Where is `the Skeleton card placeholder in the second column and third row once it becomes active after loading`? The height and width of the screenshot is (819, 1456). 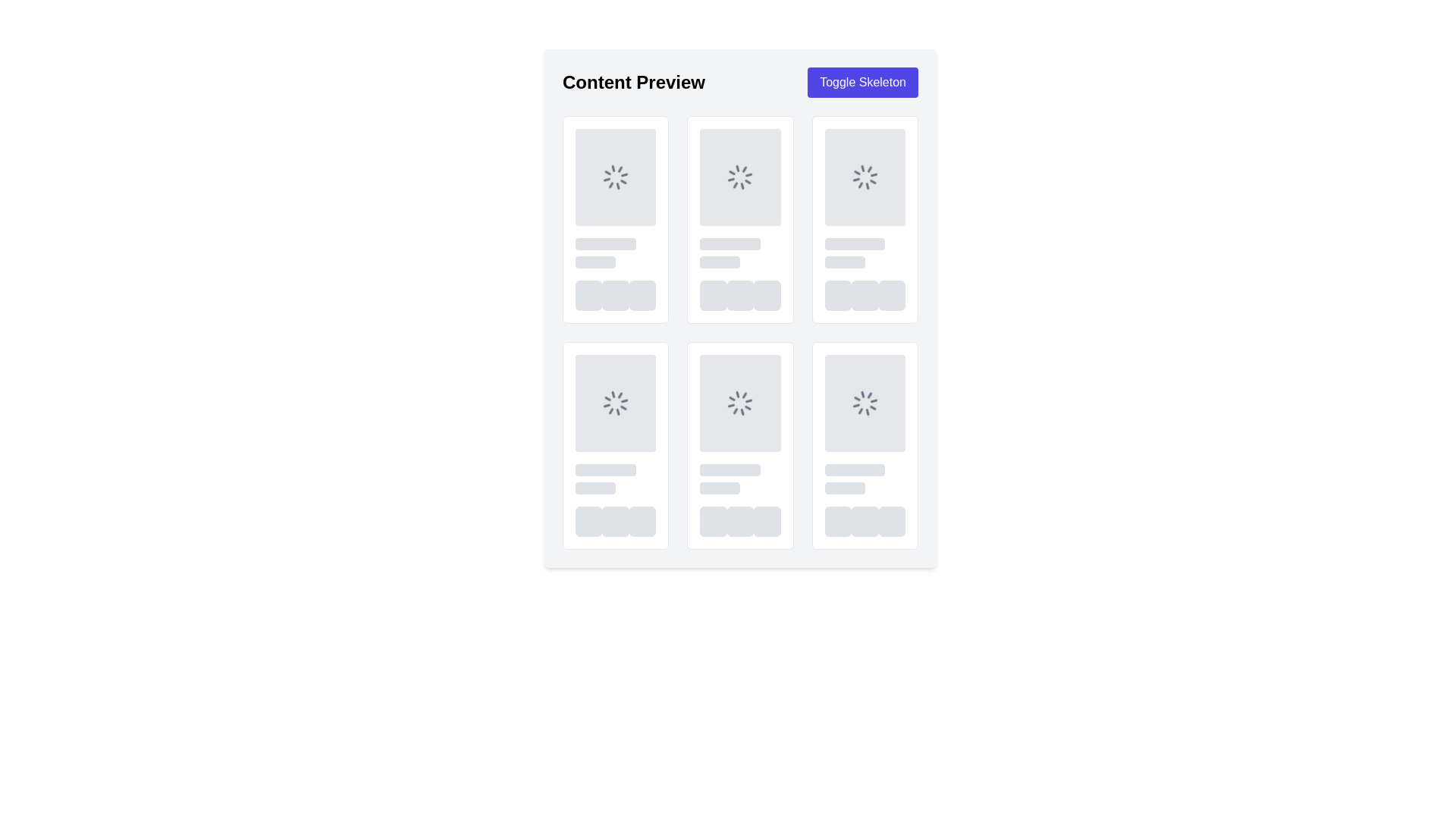 the Skeleton card placeholder in the second column and third row once it becomes active after loading is located at coordinates (740, 444).